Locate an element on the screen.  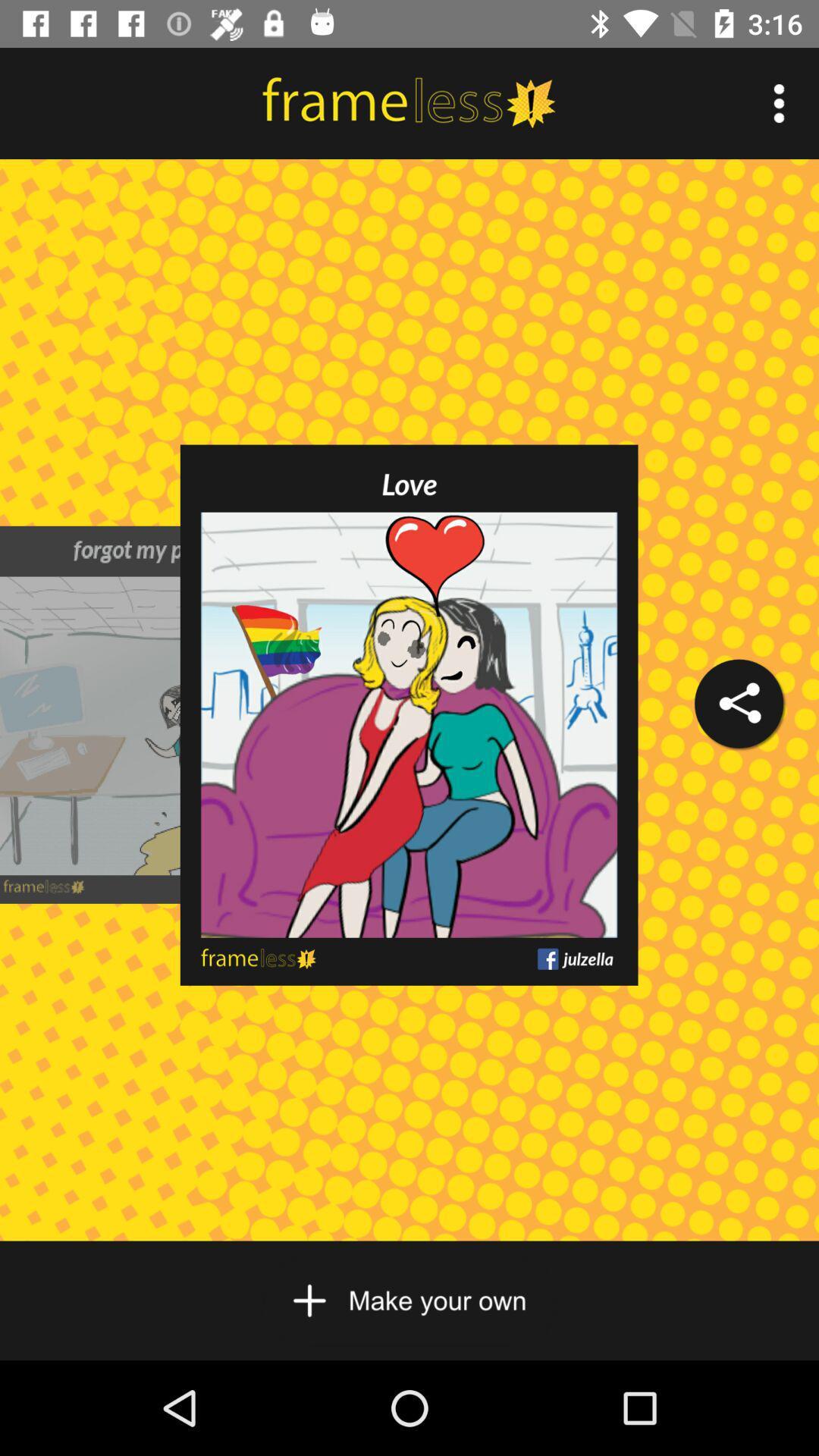
the icon on the right is located at coordinates (738, 703).